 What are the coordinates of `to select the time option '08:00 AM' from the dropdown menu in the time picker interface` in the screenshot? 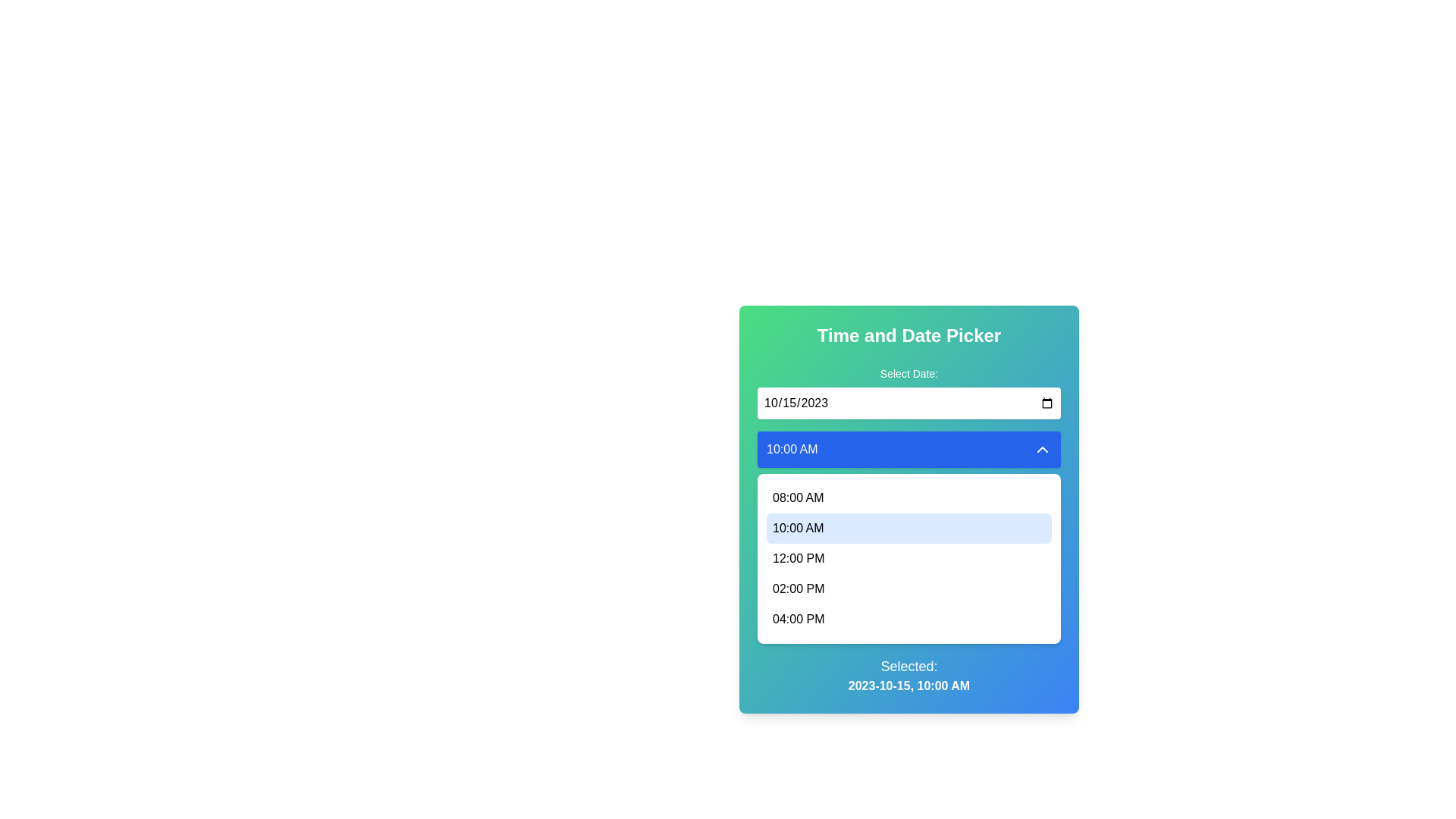 It's located at (797, 497).